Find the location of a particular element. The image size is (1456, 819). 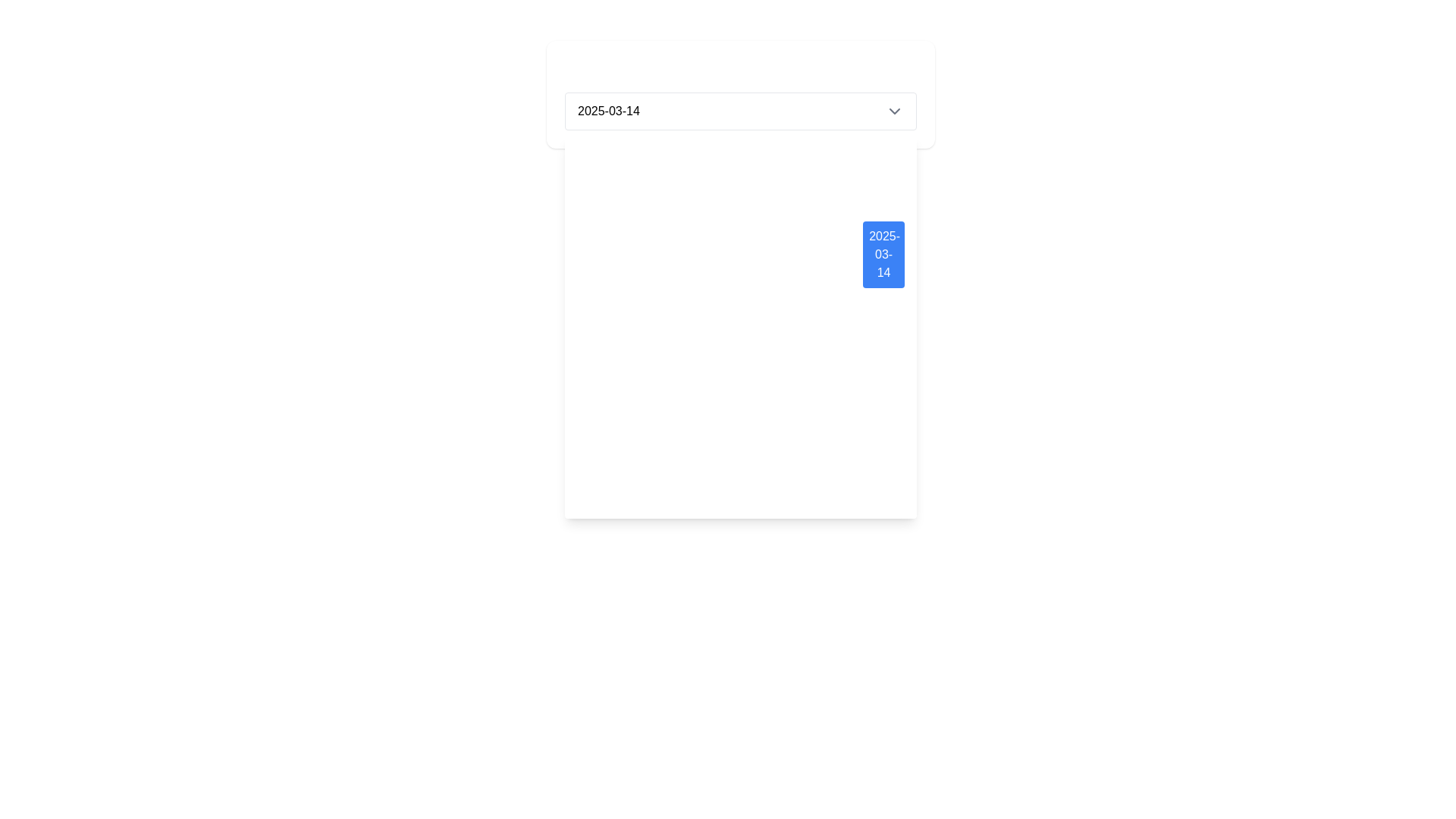

the date dropdown selector displaying '2025-03-14' is located at coordinates (741, 110).